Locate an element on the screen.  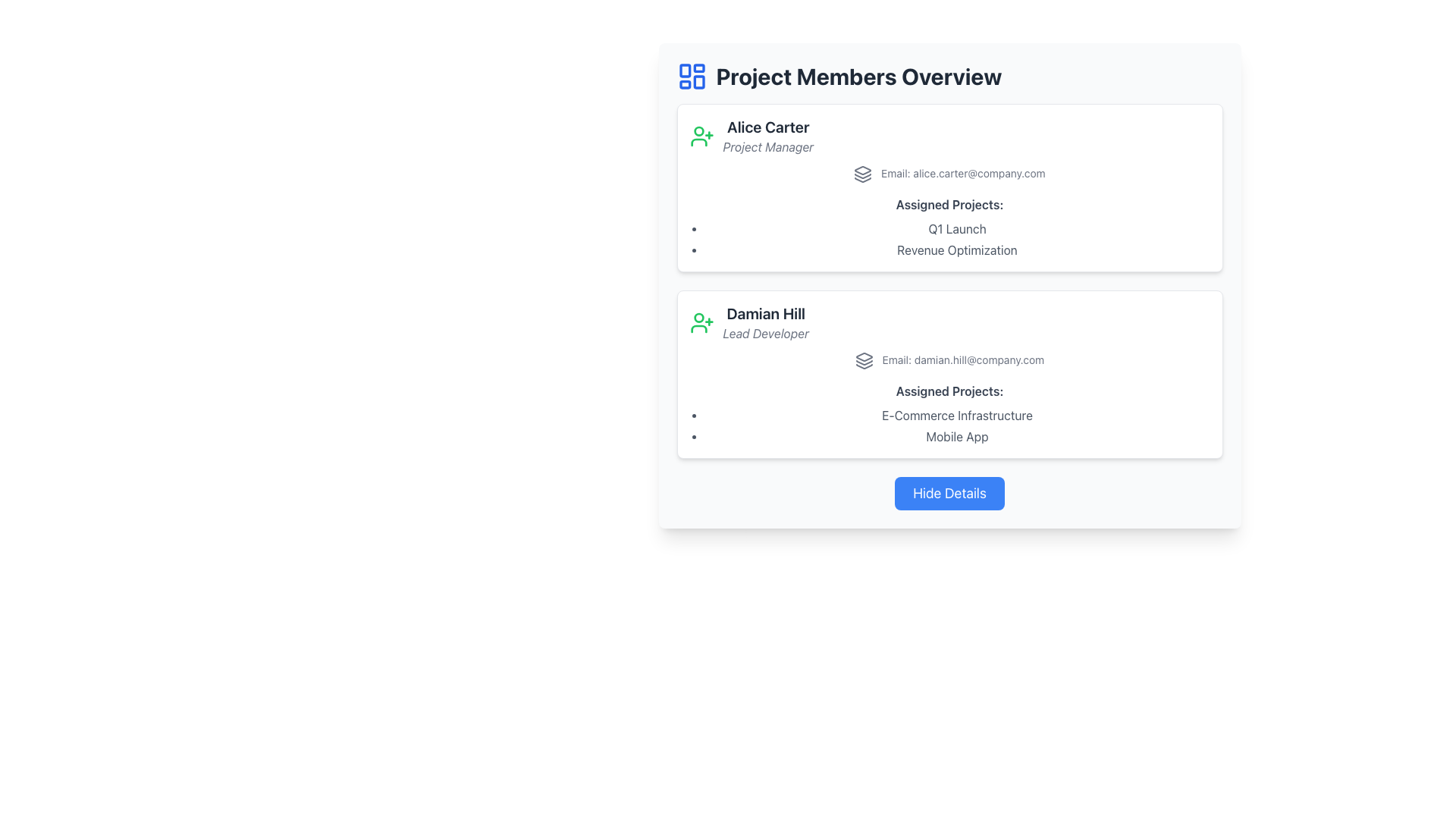
text label that serves as a heading for the projects assigned to 'Alice Carter', located within the top card of the two displayed cards is located at coordinates (949, 205).